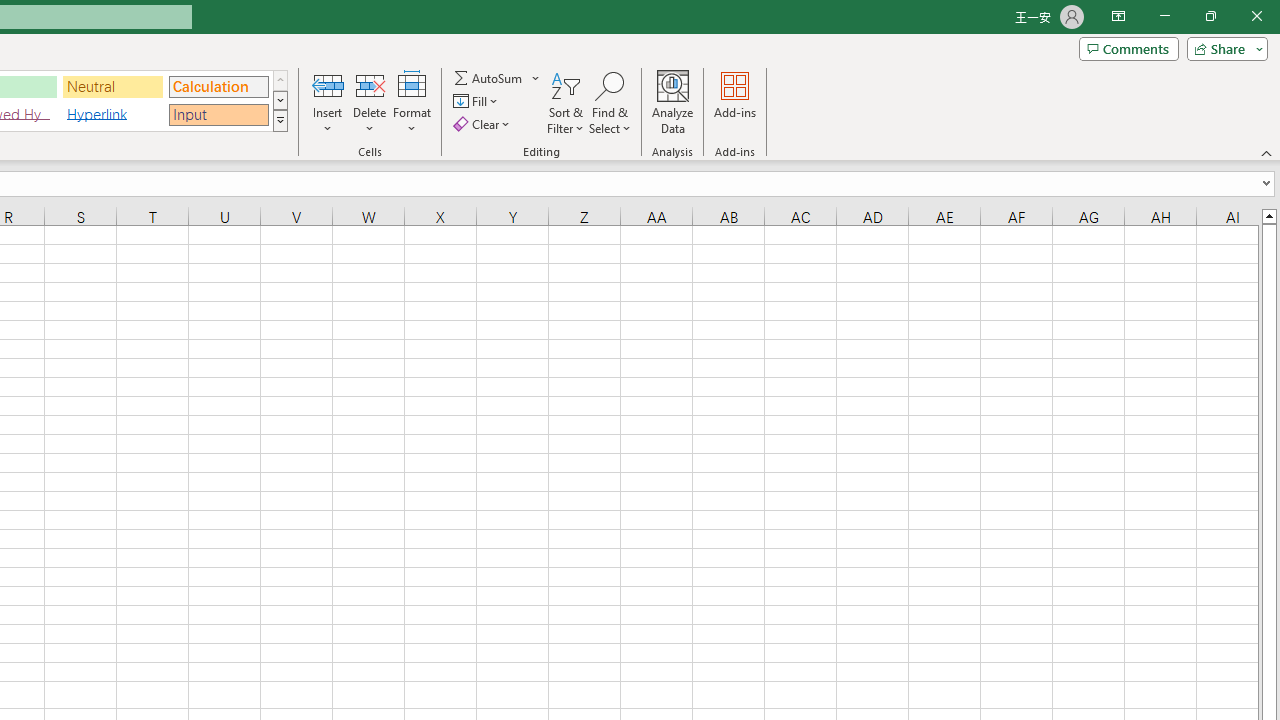 The image size is (1280, 720). What do you see at coordinates (489, 77) in the screenshot?
I see `'Sum'` at bounding box center [489, 77].